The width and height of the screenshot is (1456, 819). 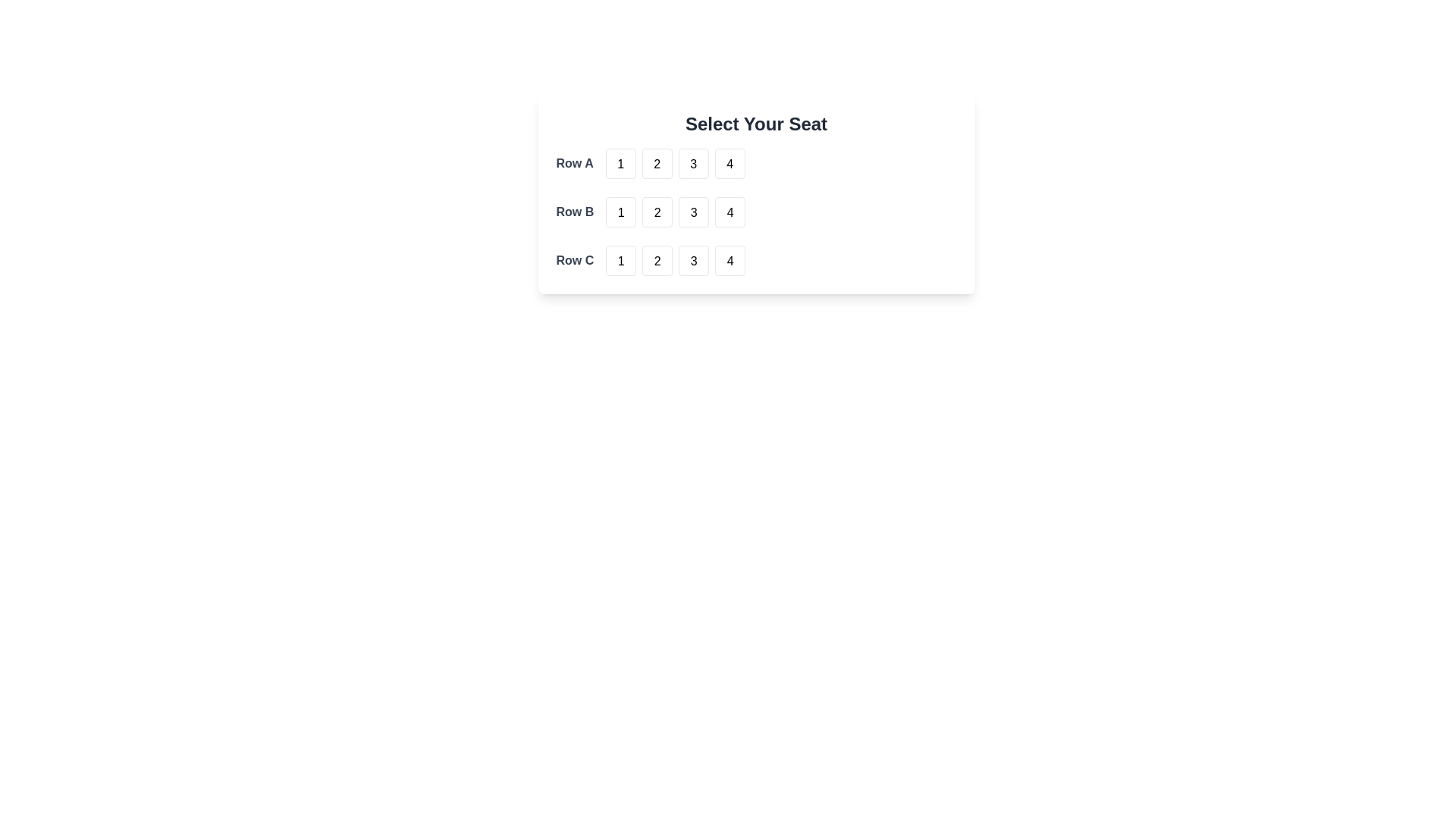 What do you see at coordinates (620, 164) in the screenshot?
I see `the square button with a white background and black text '1' located in the first position of Row A` at bounding box center [620, 164].